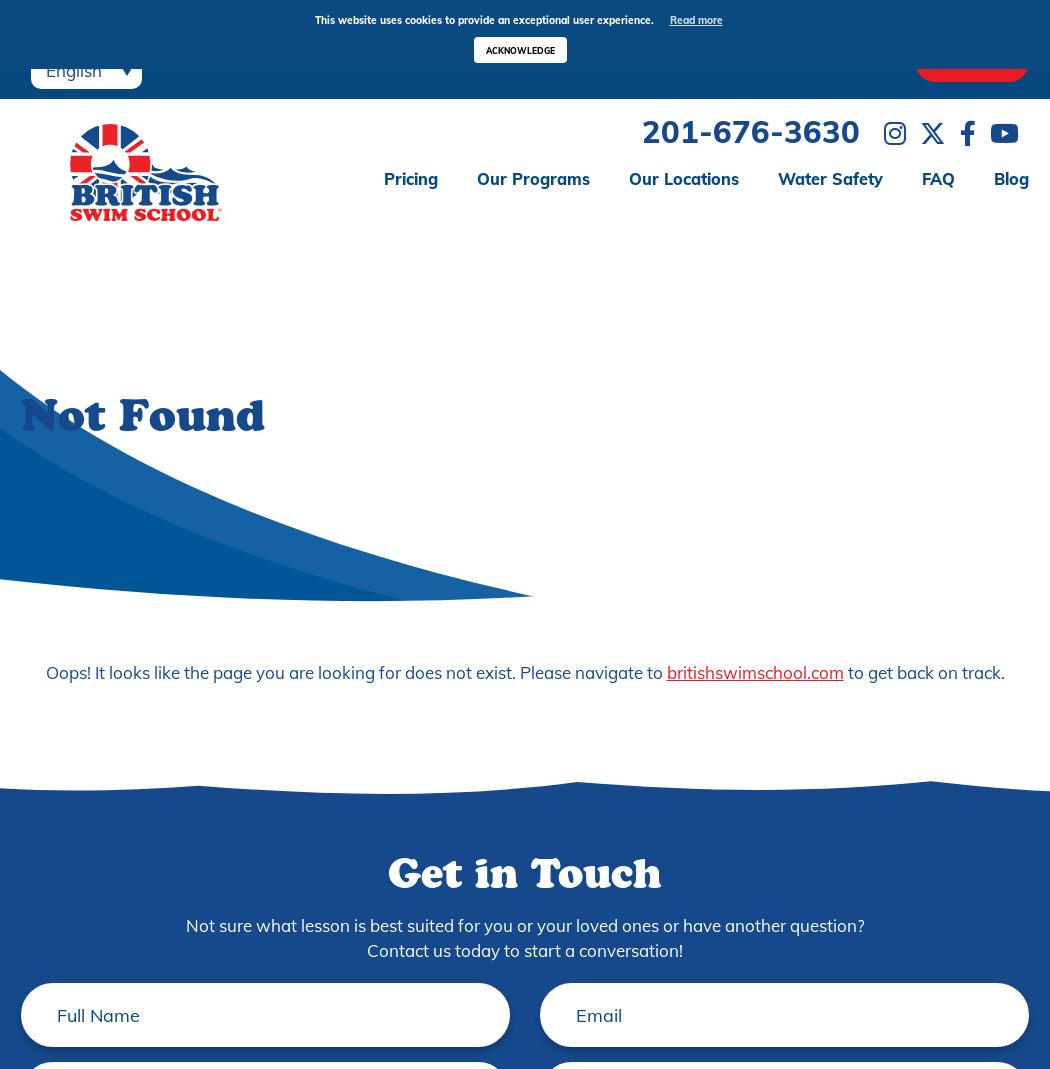 The height and width of the screenshot is (1069, 1050). I want to click on 'Acknowledge', so click(518, 49).